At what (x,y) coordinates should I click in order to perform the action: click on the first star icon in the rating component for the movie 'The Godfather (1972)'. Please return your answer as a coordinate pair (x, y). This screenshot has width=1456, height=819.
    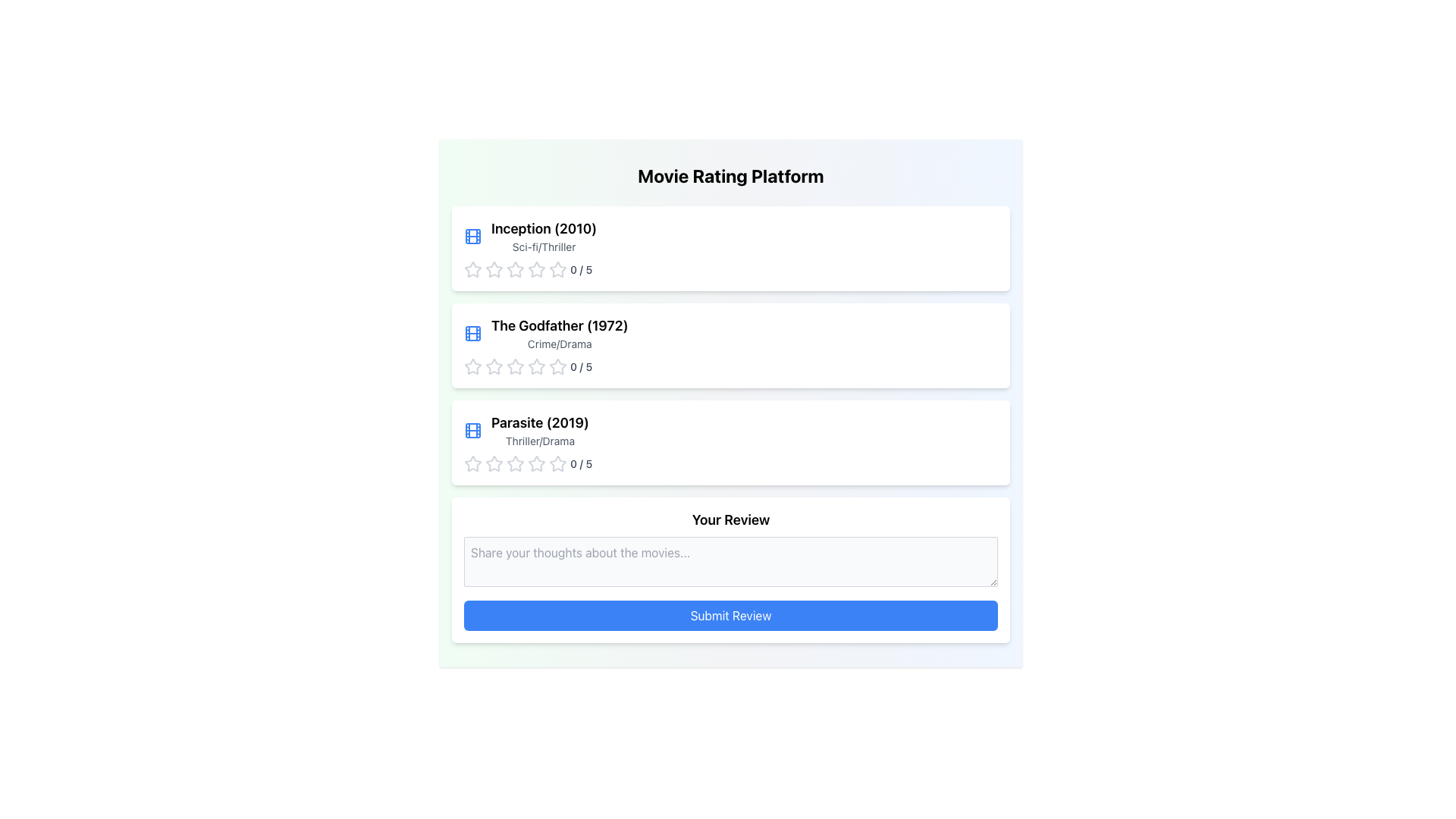
    Looking at the image, I should click on (516, 366).